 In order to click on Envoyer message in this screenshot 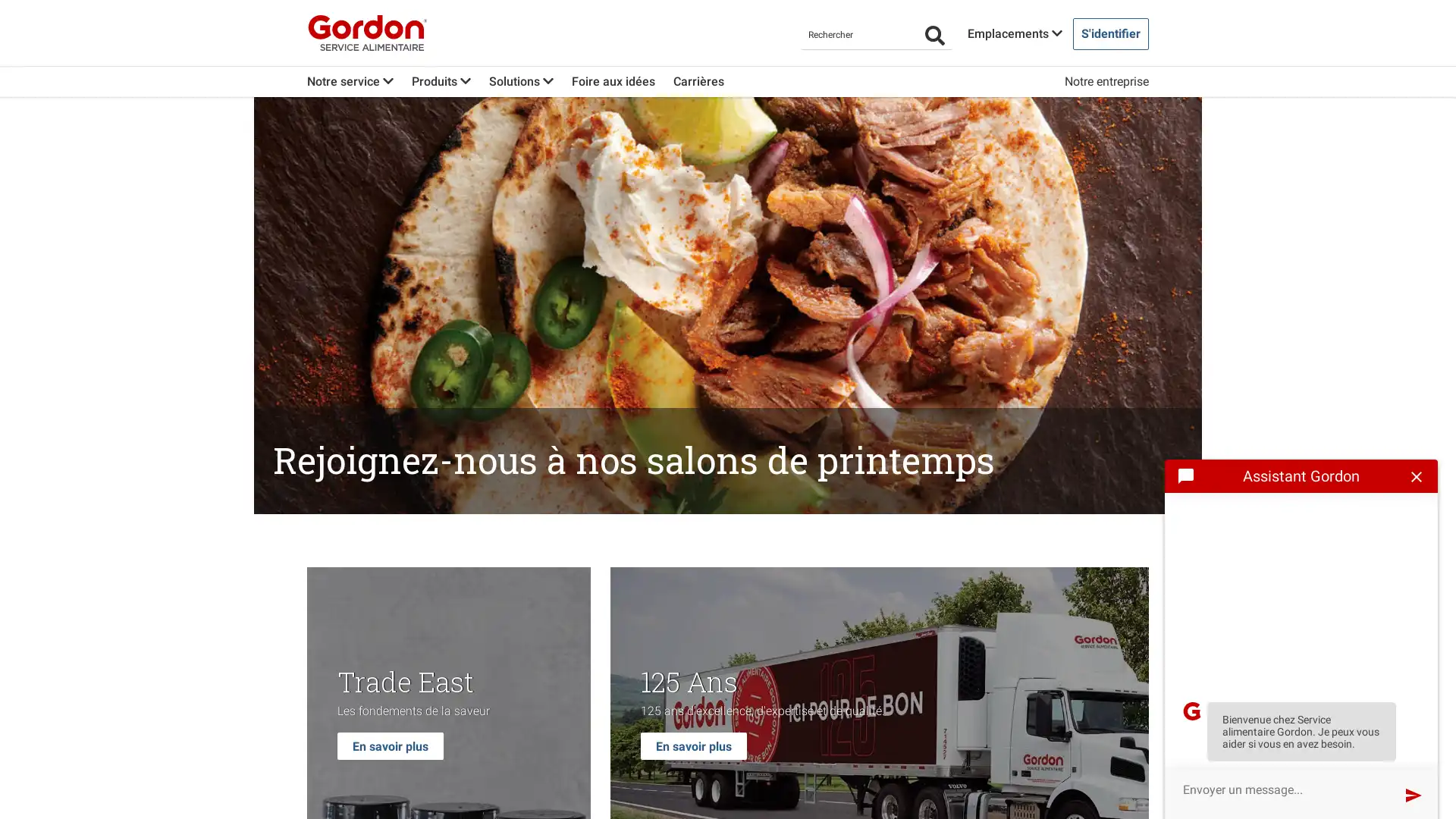, I will do `click(1412, 794)`.